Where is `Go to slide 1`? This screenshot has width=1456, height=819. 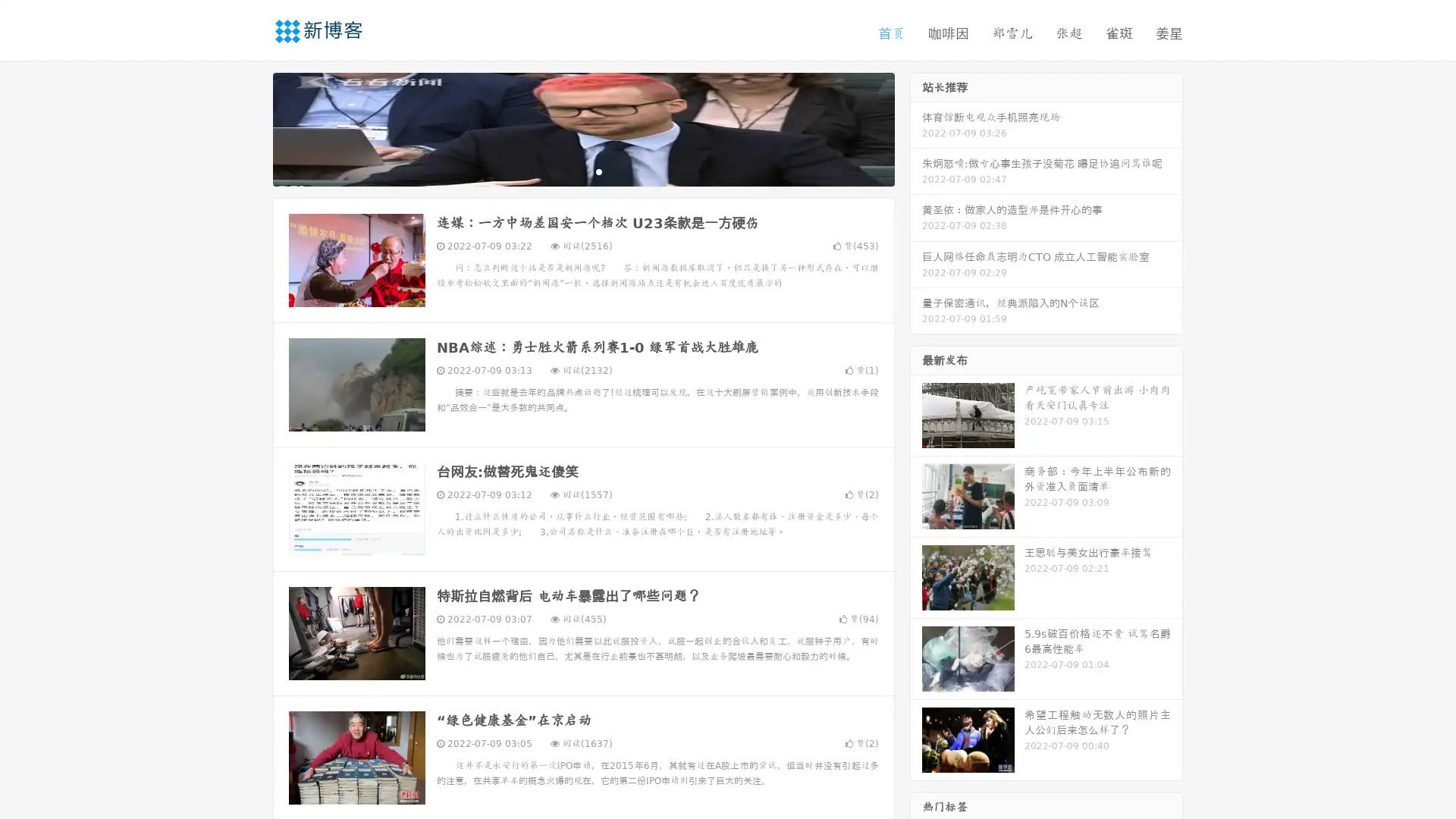 Go to slide 1 is located at coordinates (567, 171).